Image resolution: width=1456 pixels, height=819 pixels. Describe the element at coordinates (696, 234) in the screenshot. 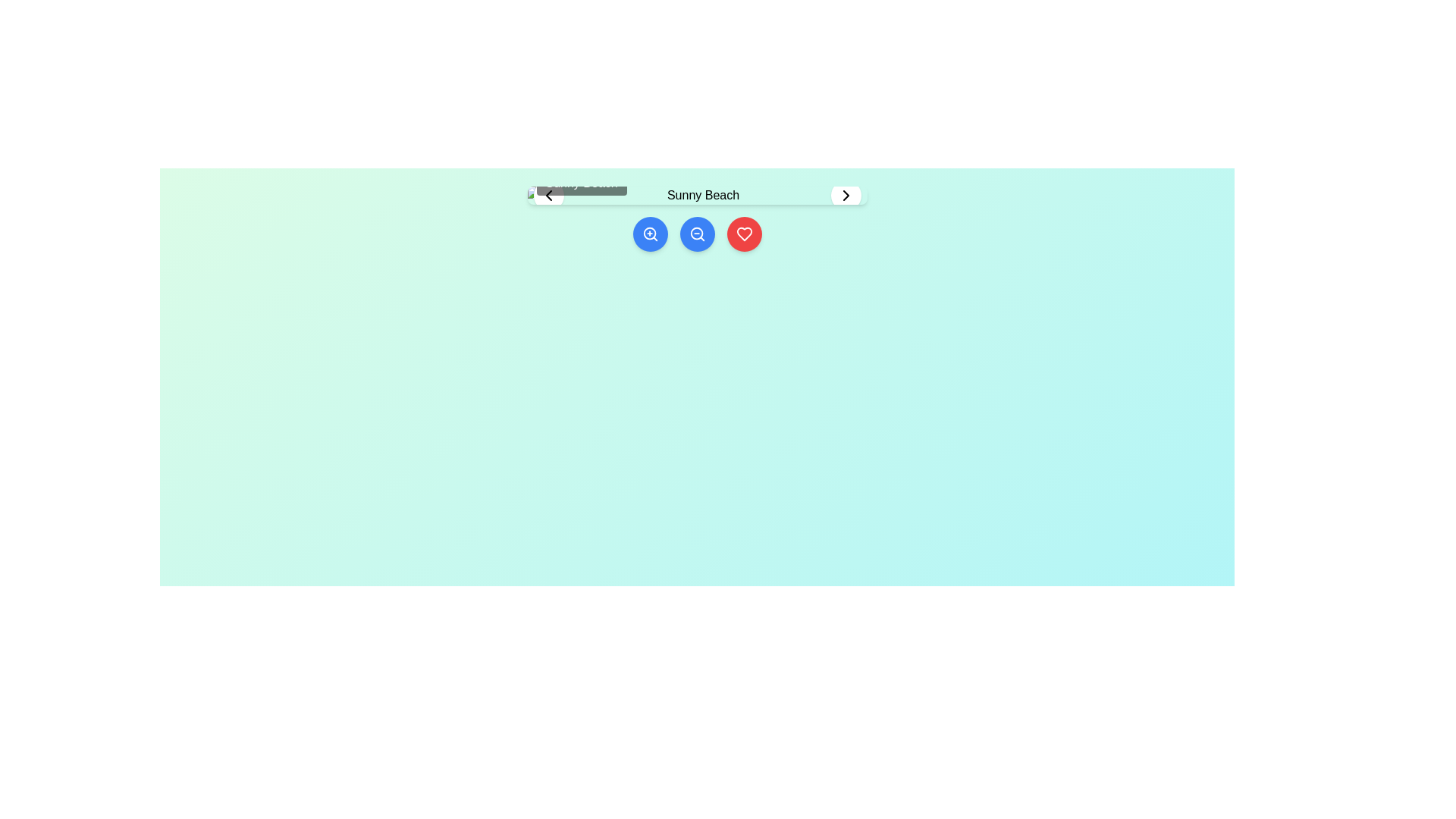

I see `the zoom-out icon button, which is styled as a magnifying glass with a minus sign inside, located between the zoom-in icon and the heart icon` at that location.